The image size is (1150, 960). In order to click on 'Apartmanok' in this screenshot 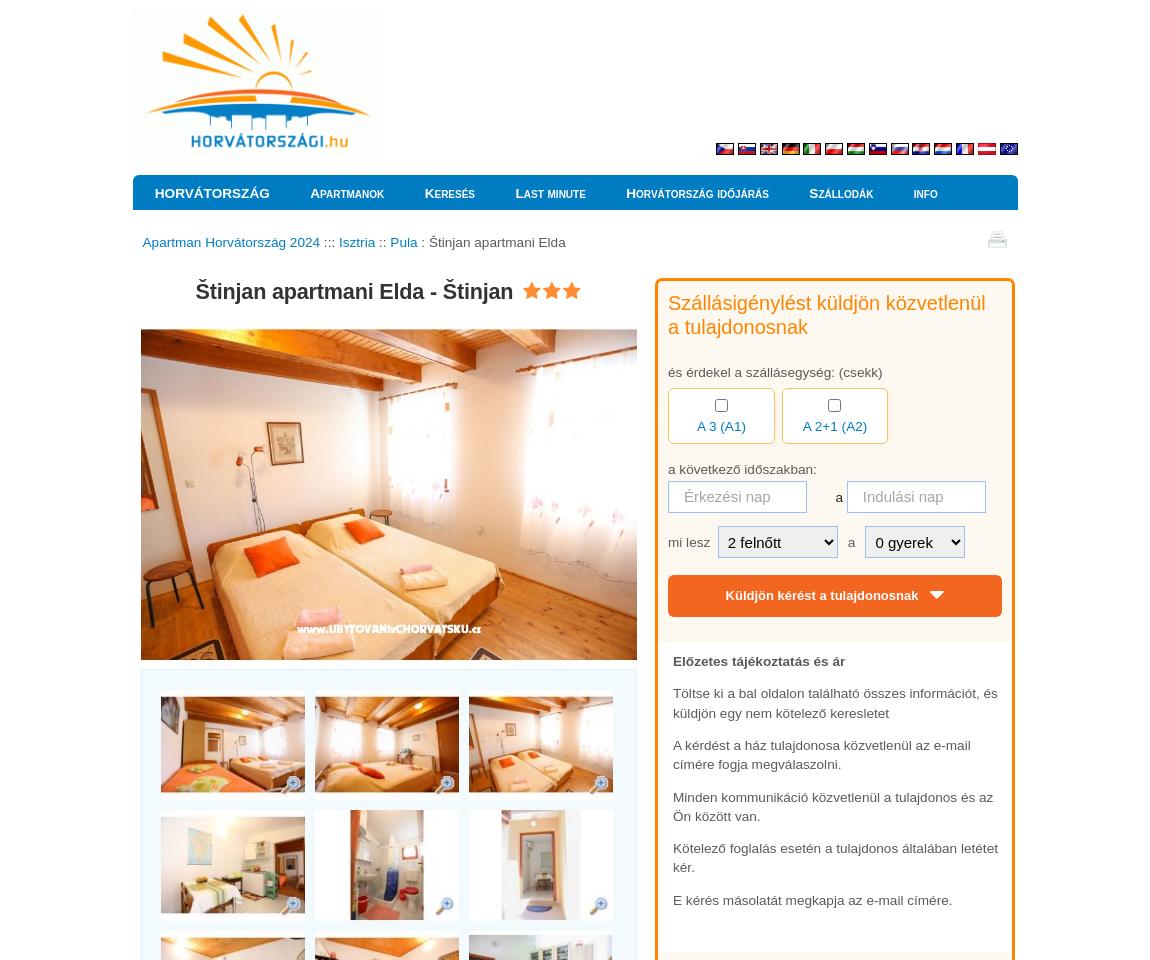, I will do `click(346, 193)`.